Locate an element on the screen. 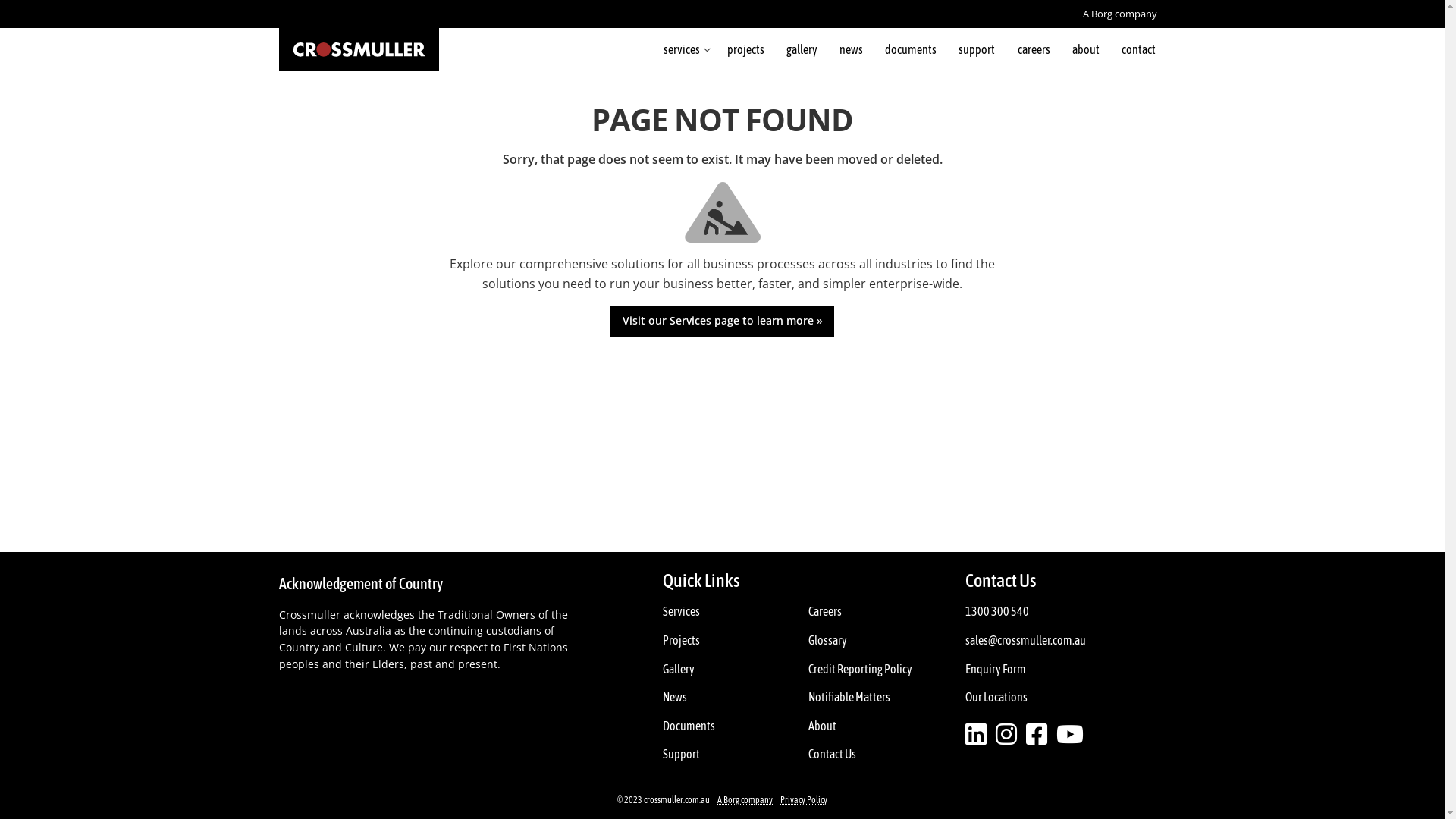  'Glossary' is located at coordinates (803, 640).